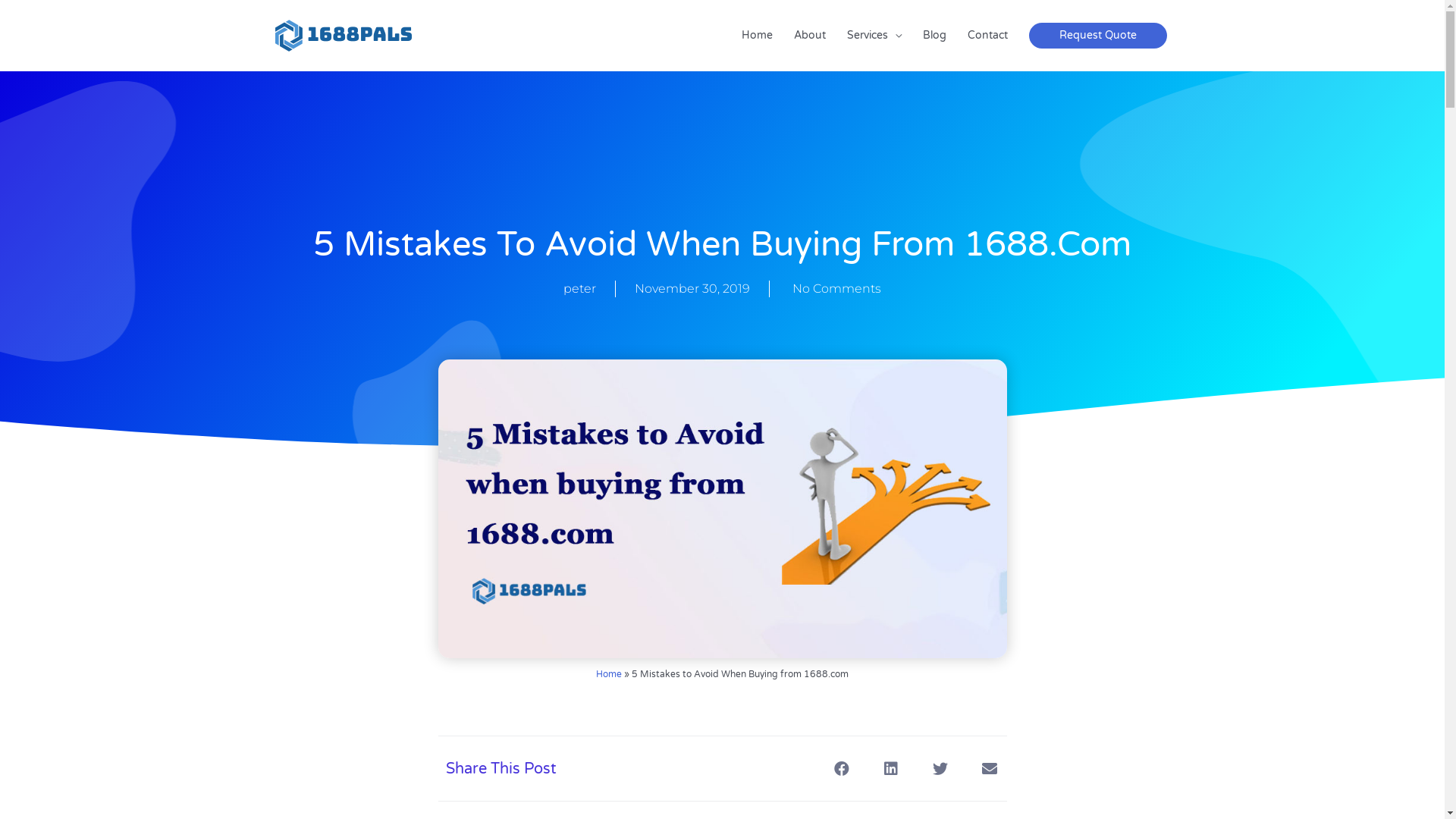 The height and width of the screenshot is (819, 1456). Describe the element at coordinates (808, 34) in the screenshot. I see `'About'` at that location.